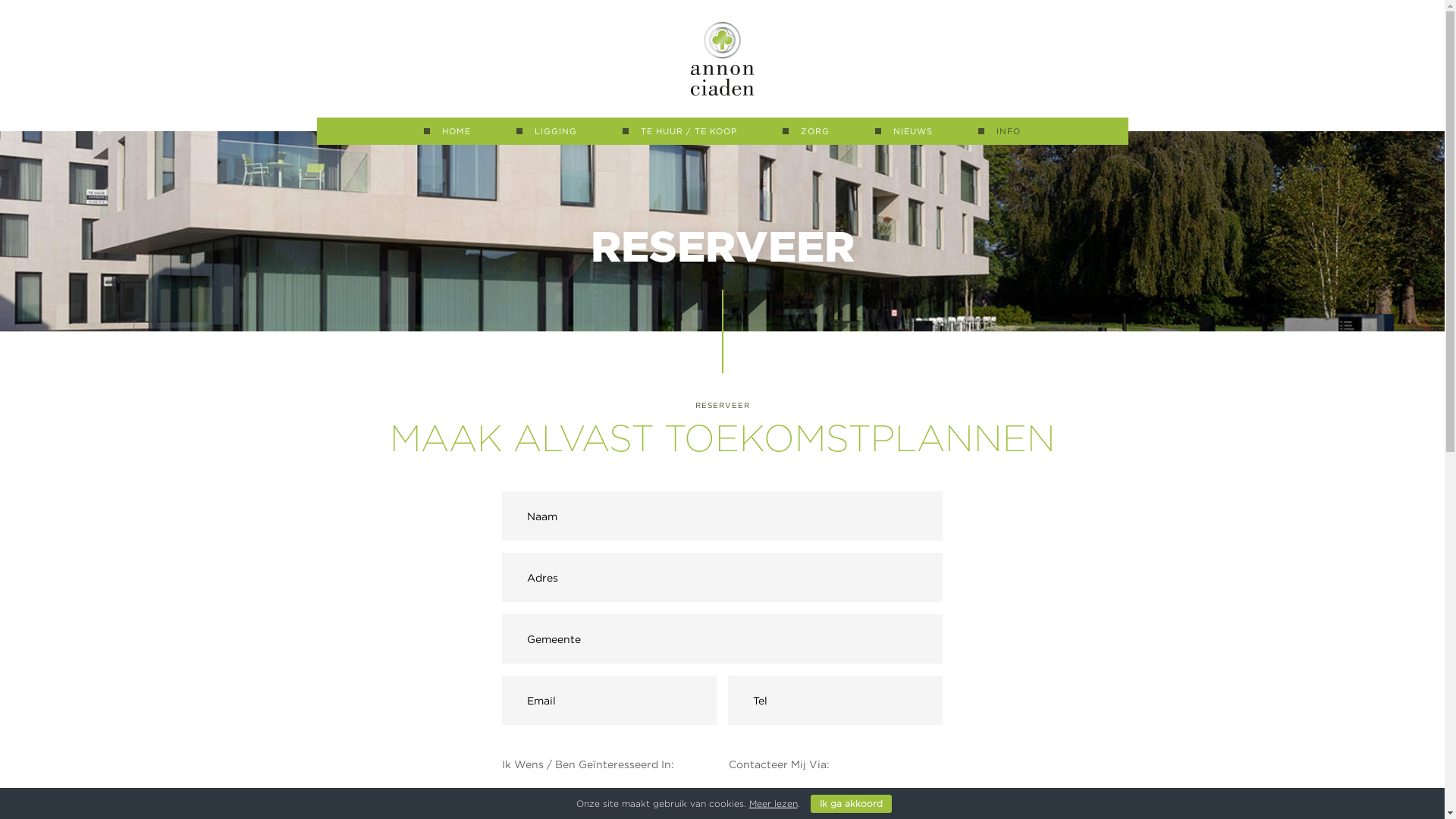 The width and height of the screenshot is (1456, 819). What do you see at coordinates (805, 130) in the screenshot?
I see `'ZORG'` at bounding box center [805, 130].